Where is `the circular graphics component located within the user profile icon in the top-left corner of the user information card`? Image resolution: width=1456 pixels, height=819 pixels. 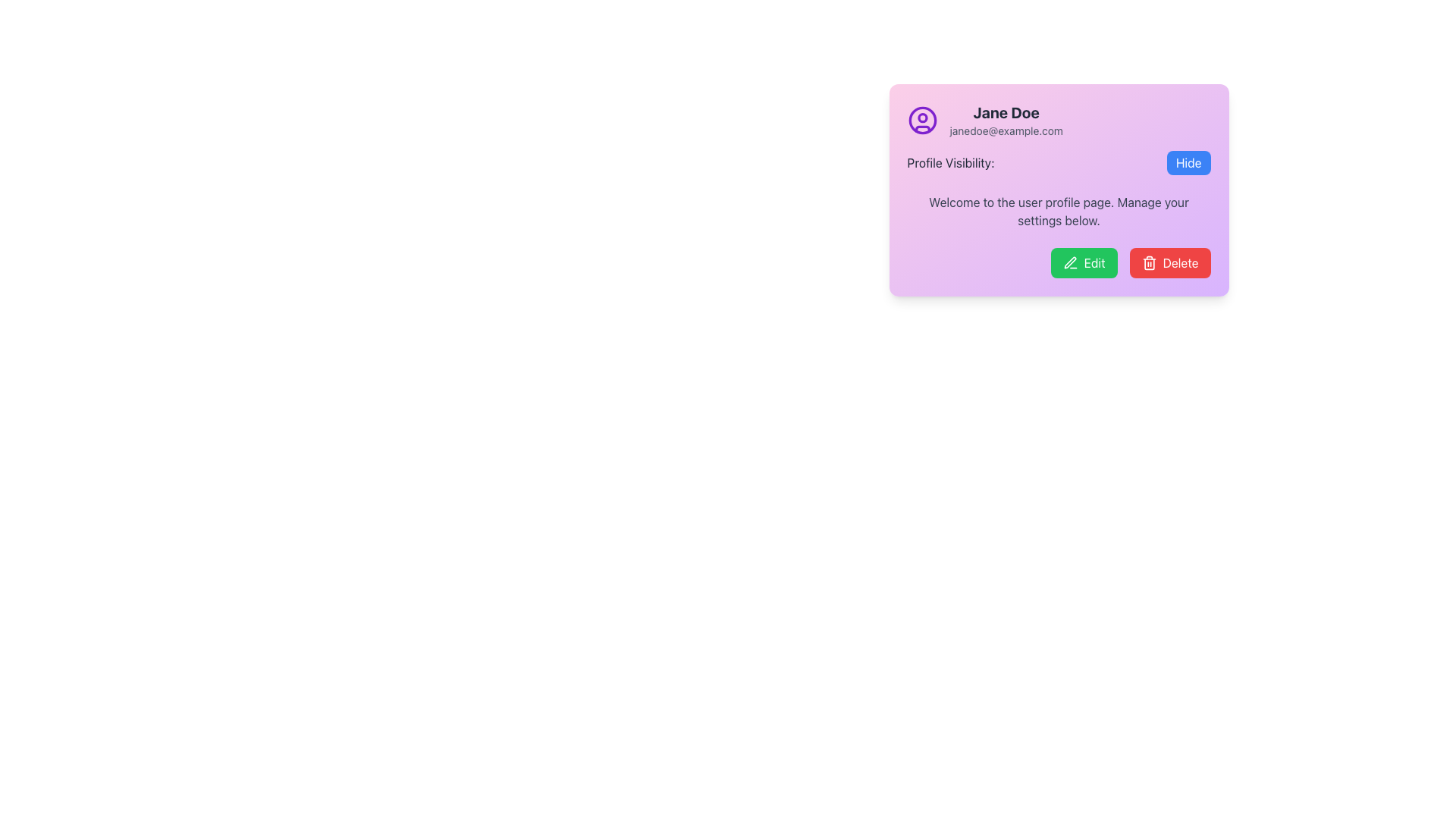
the circular graphics component located within the user profile icon in the top-left corner of the user information card is located at coordinates (921, 119).